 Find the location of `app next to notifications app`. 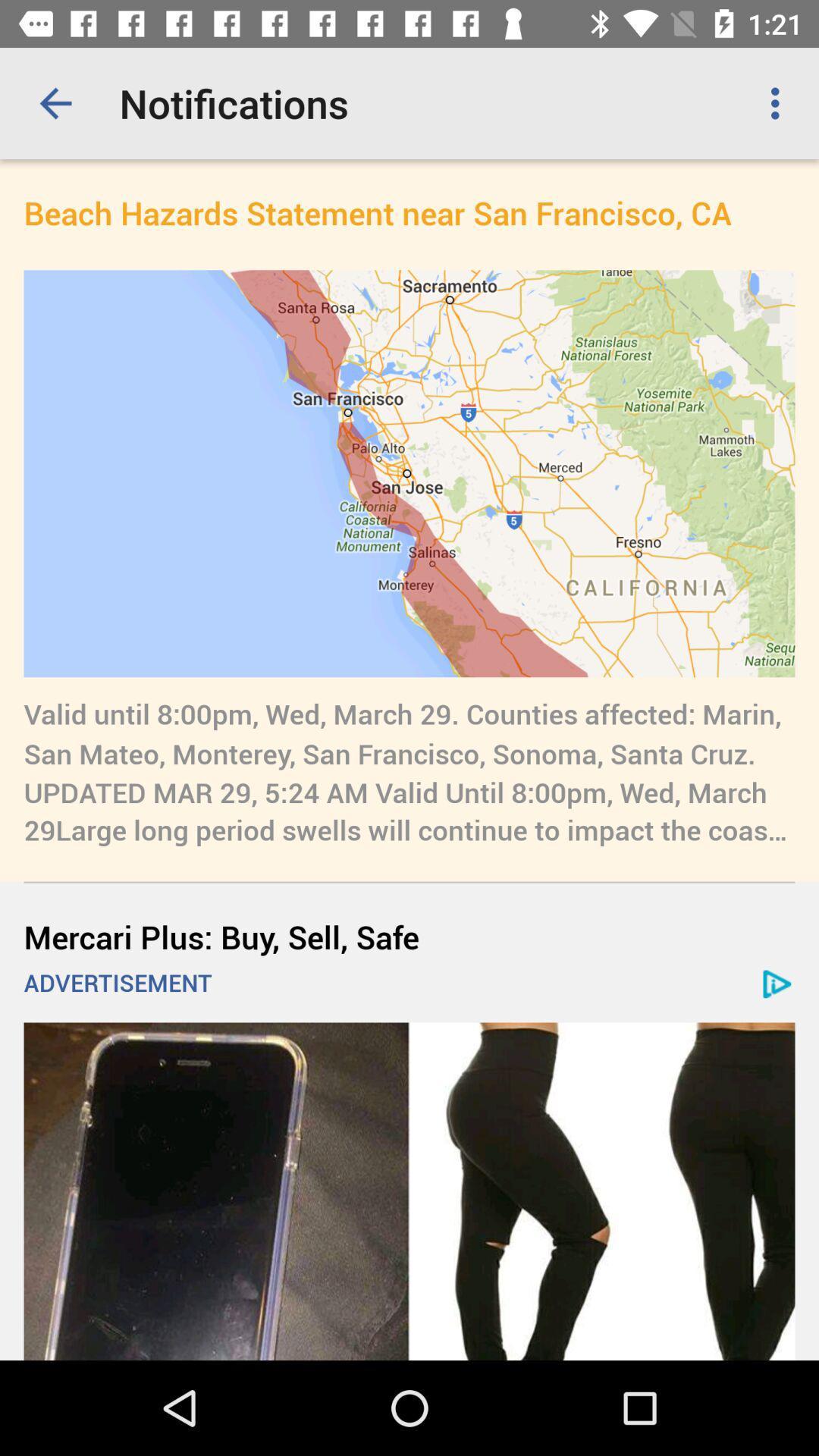

app next to notifications app is located at coordinates (55, 102).